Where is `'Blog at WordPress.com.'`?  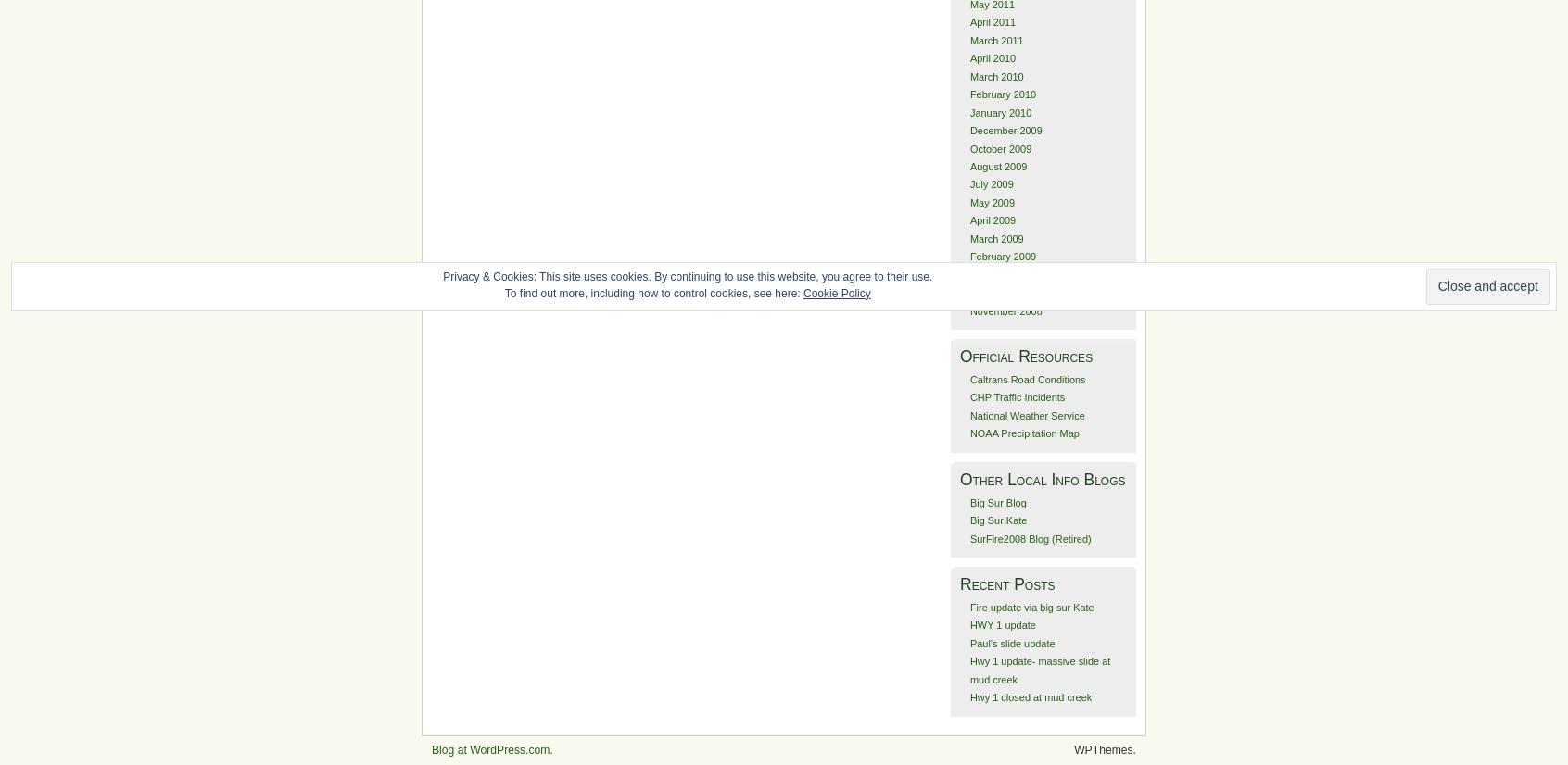
'Blog at WordPress.com.' is located at coordinates (491, 748).